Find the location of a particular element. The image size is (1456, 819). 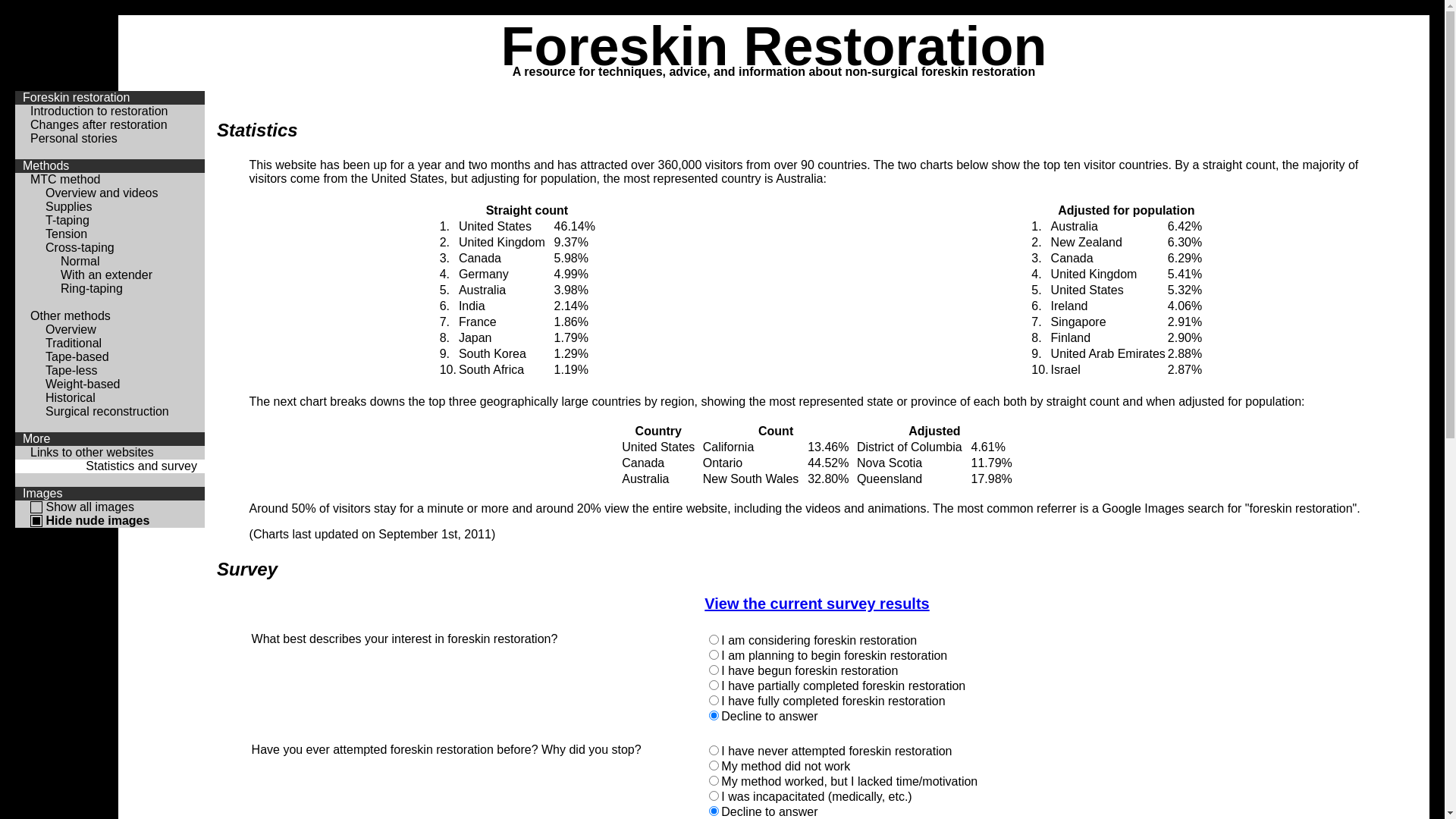

'Introduction to restoration' is located at coordinates (98, 110).